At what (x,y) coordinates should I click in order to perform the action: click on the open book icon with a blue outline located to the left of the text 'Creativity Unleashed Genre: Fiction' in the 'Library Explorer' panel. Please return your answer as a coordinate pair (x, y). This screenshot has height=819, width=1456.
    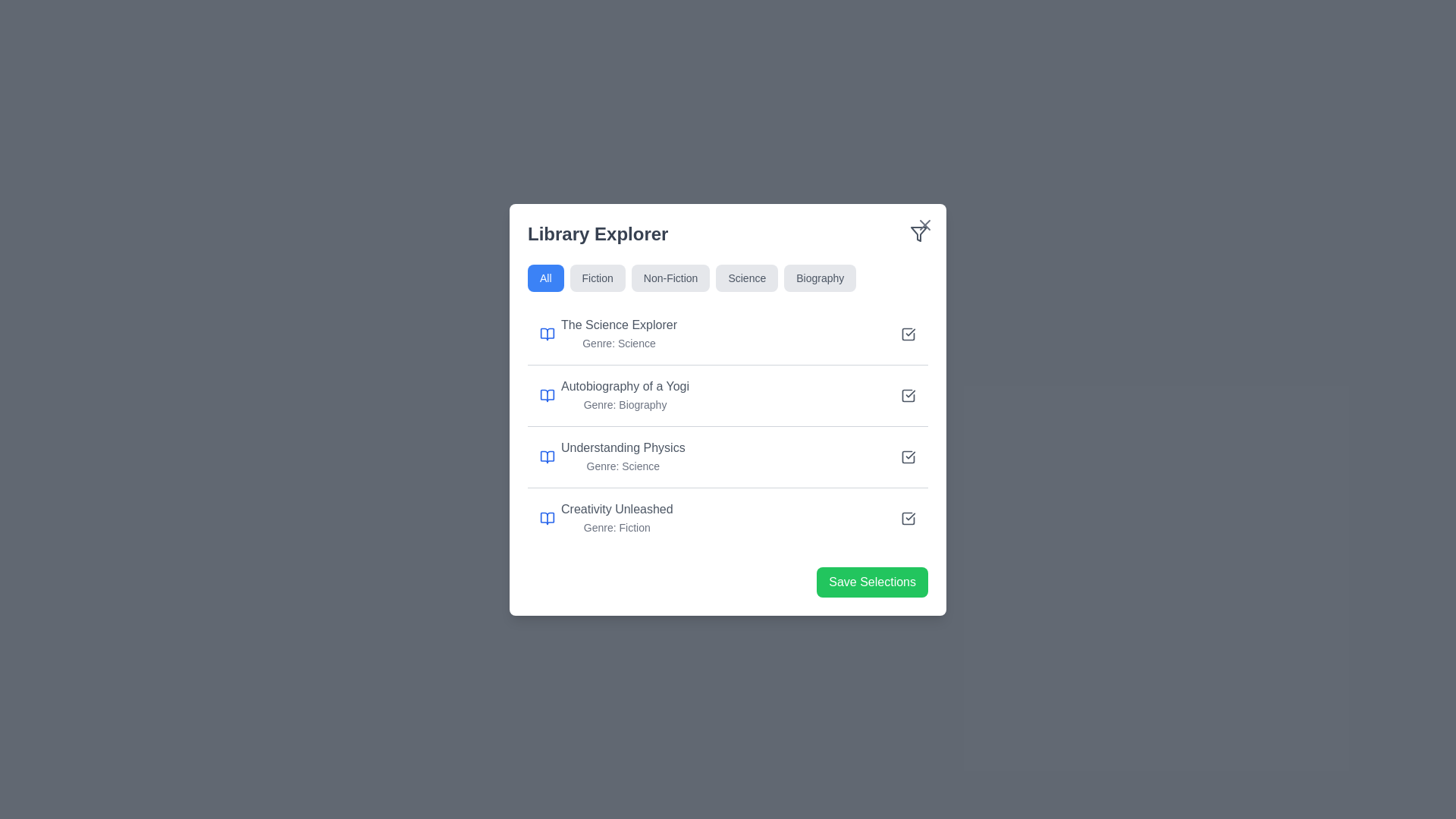
    Looking at the image, I should click on (546, 517).